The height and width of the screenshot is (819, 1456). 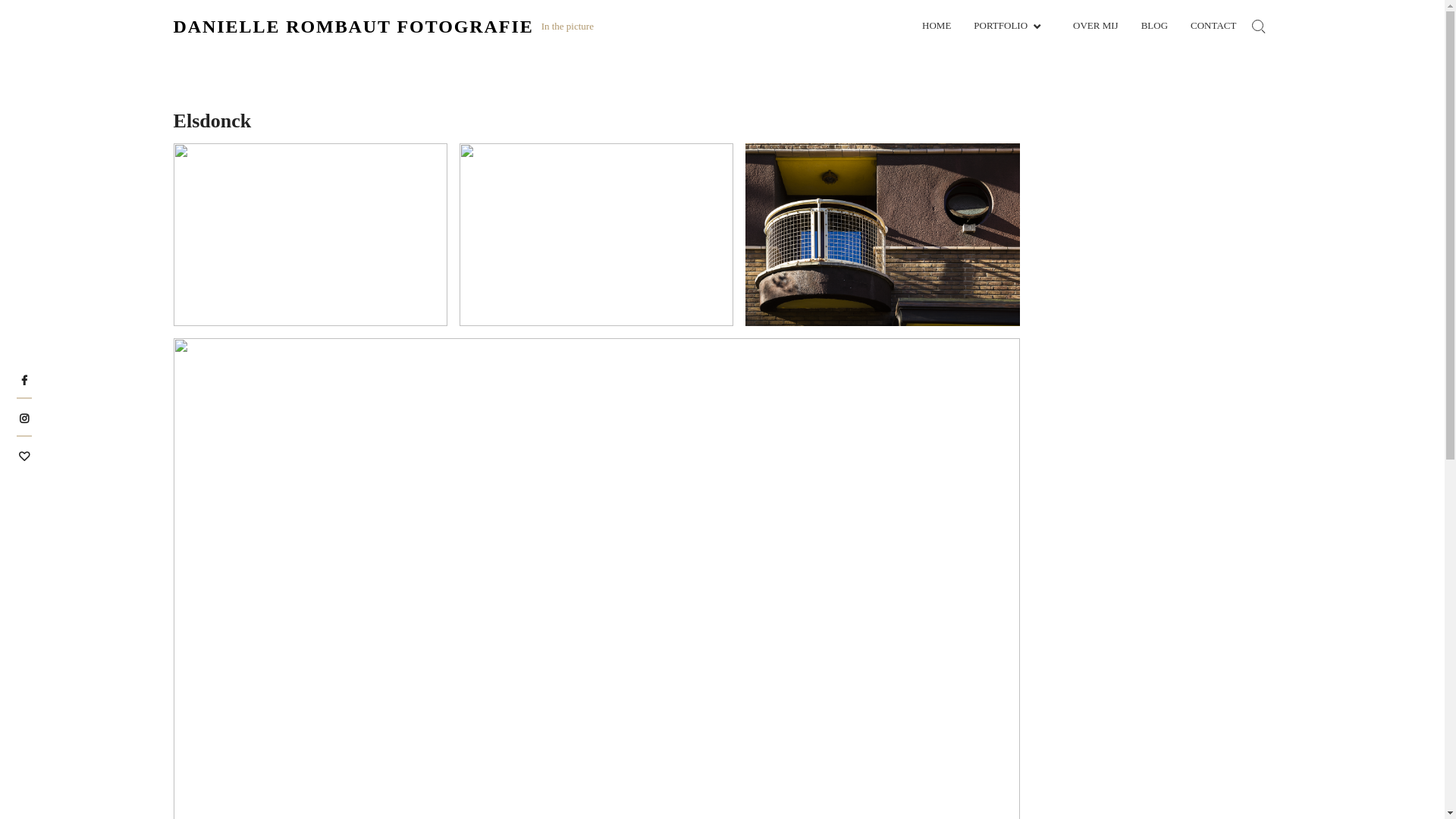 What do you see at coordinates (1095, 26) in the screenshot?
I see `'OVER MIJ'` at bounding box center [1095, 26].